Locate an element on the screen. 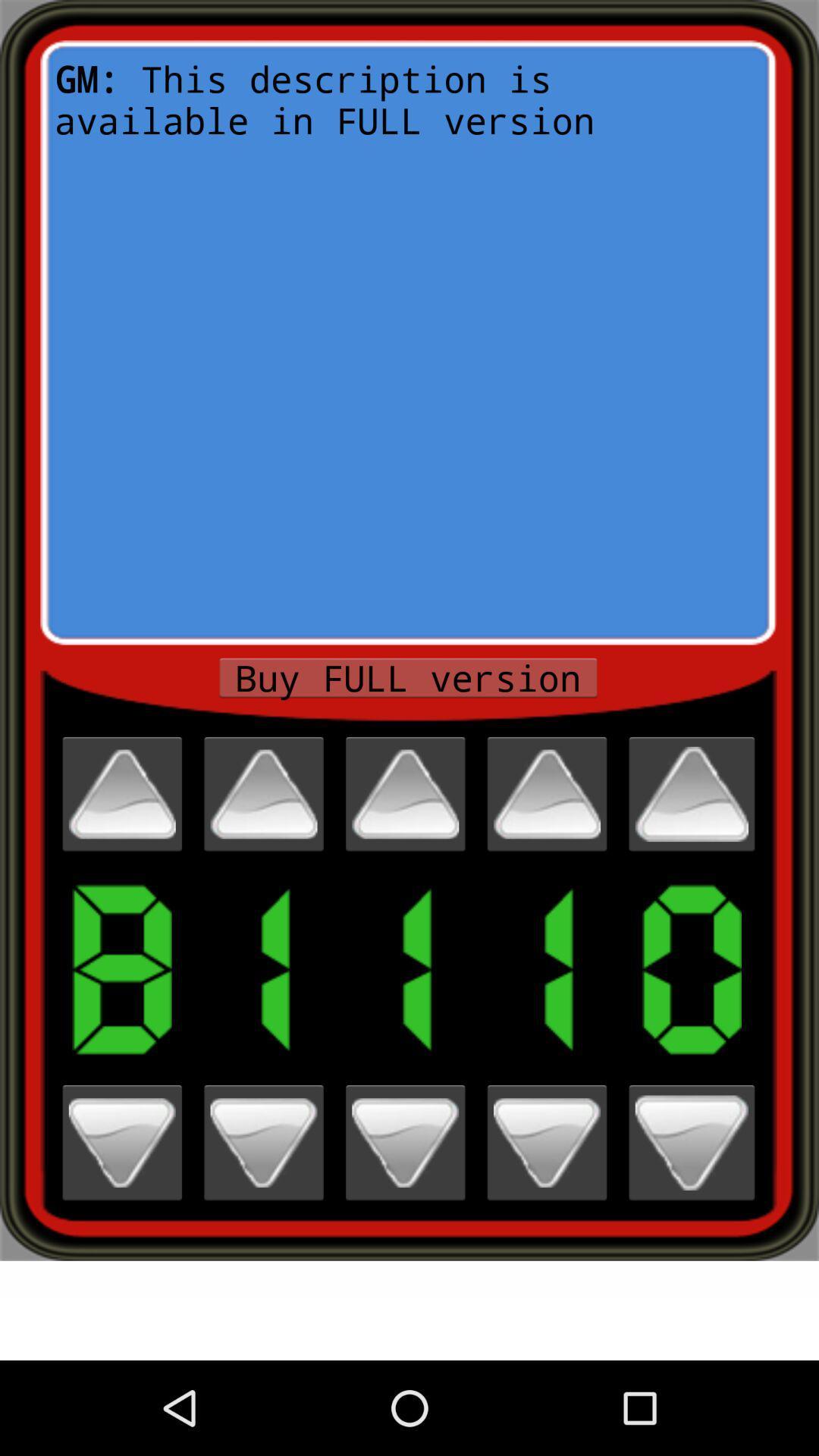  click on triangle is located at coordinates (547, 793).